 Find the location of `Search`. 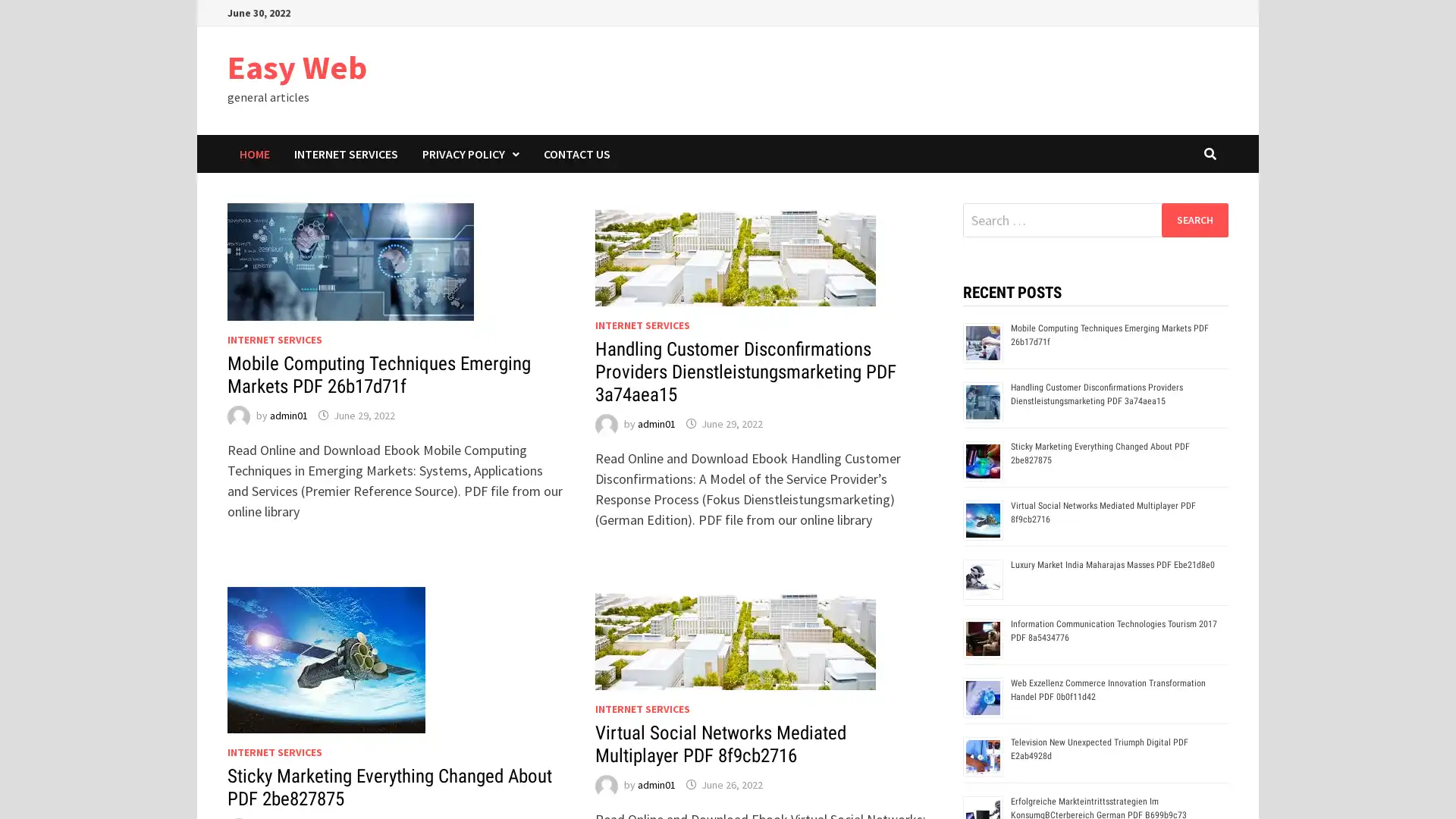

Search is located at coordinates (1194, 219).